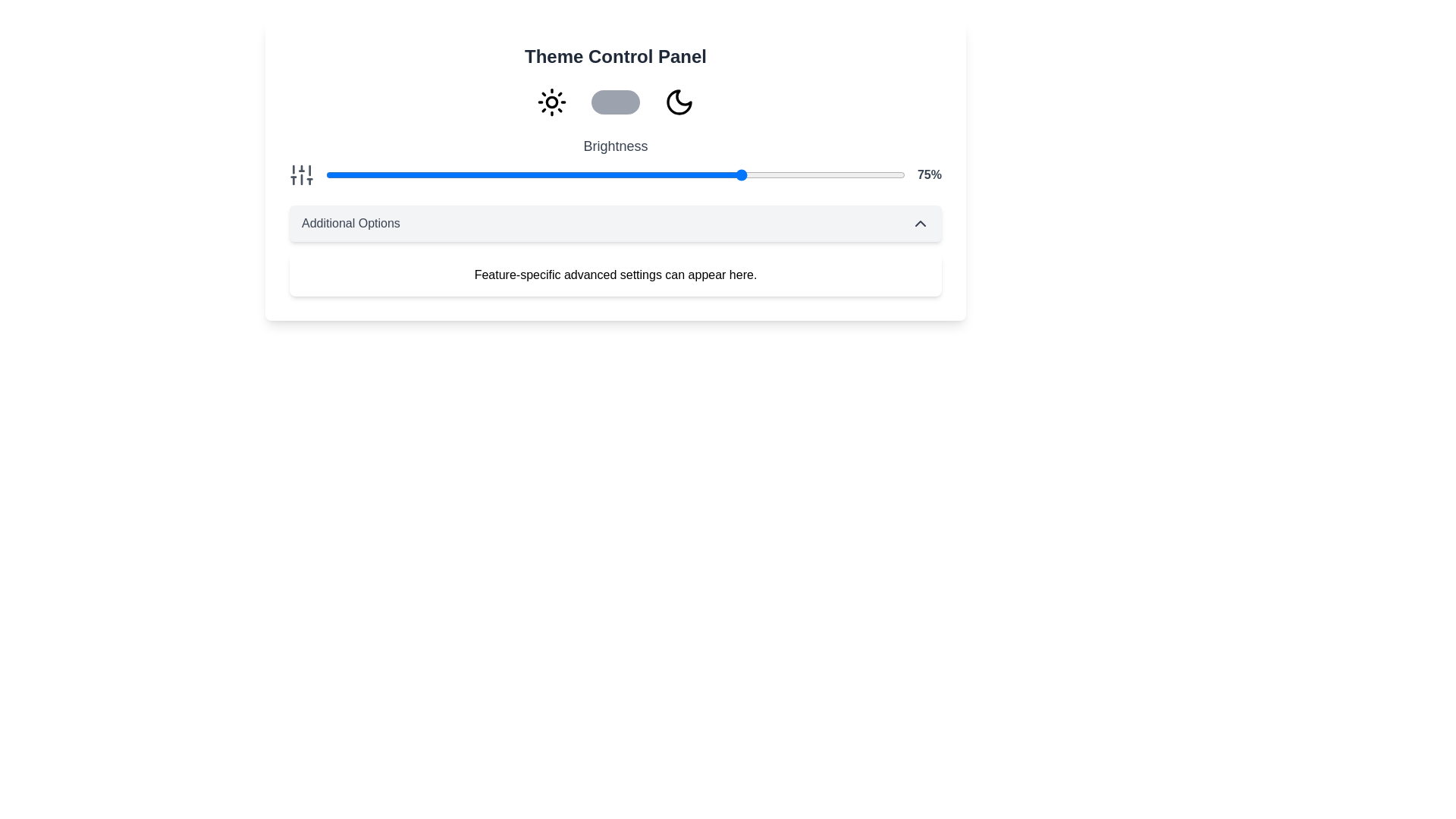 The width and height of the screenshot is (1456, 819). Describe the element at coordinates (302, 174) in the screenshot. I see `the vertical control icon resembling sliders, which is gray in color and located to the far left of a horizontal row` at that location.